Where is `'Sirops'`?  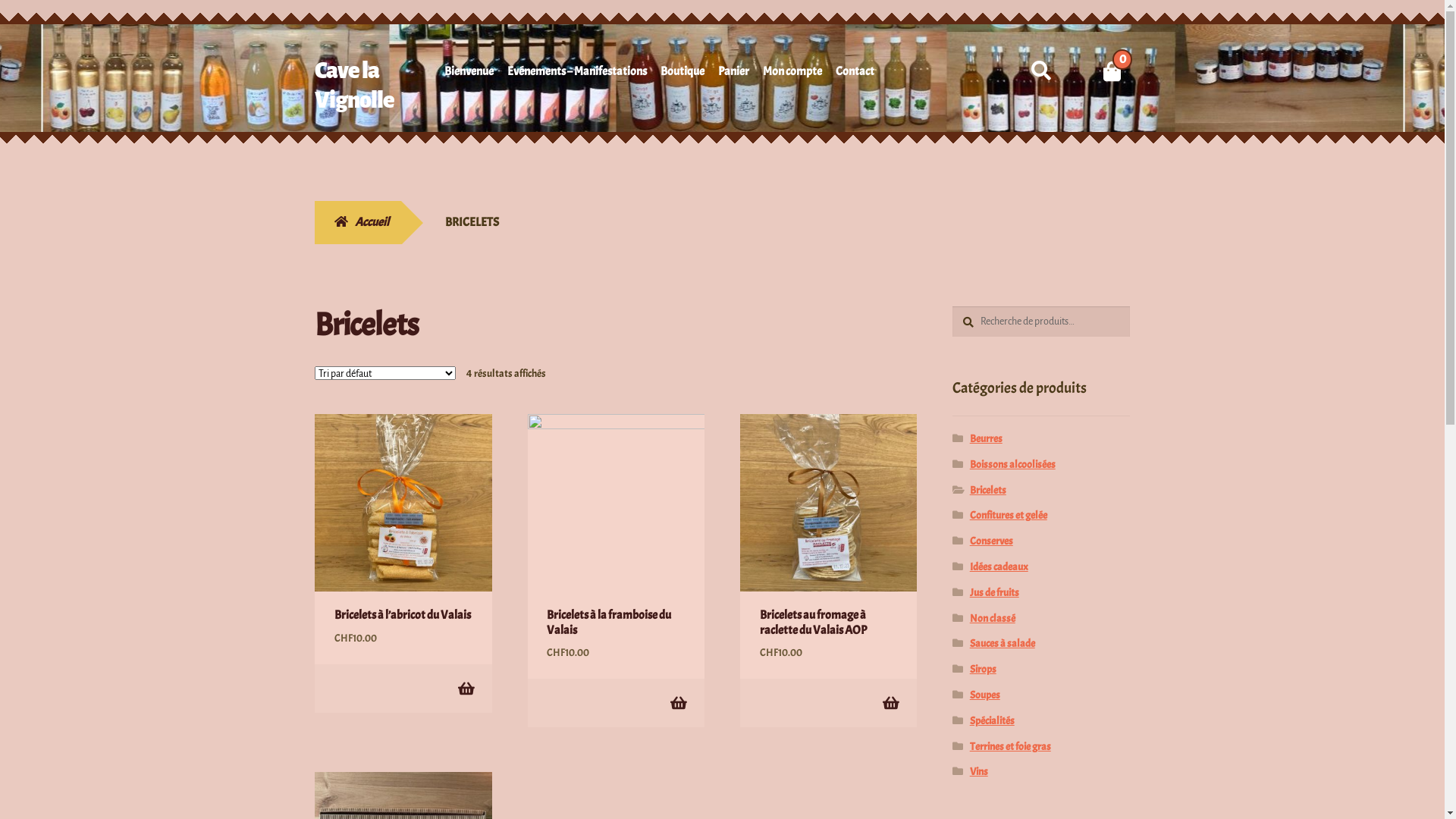
'Sirops' is located at coordinates (983, 668).